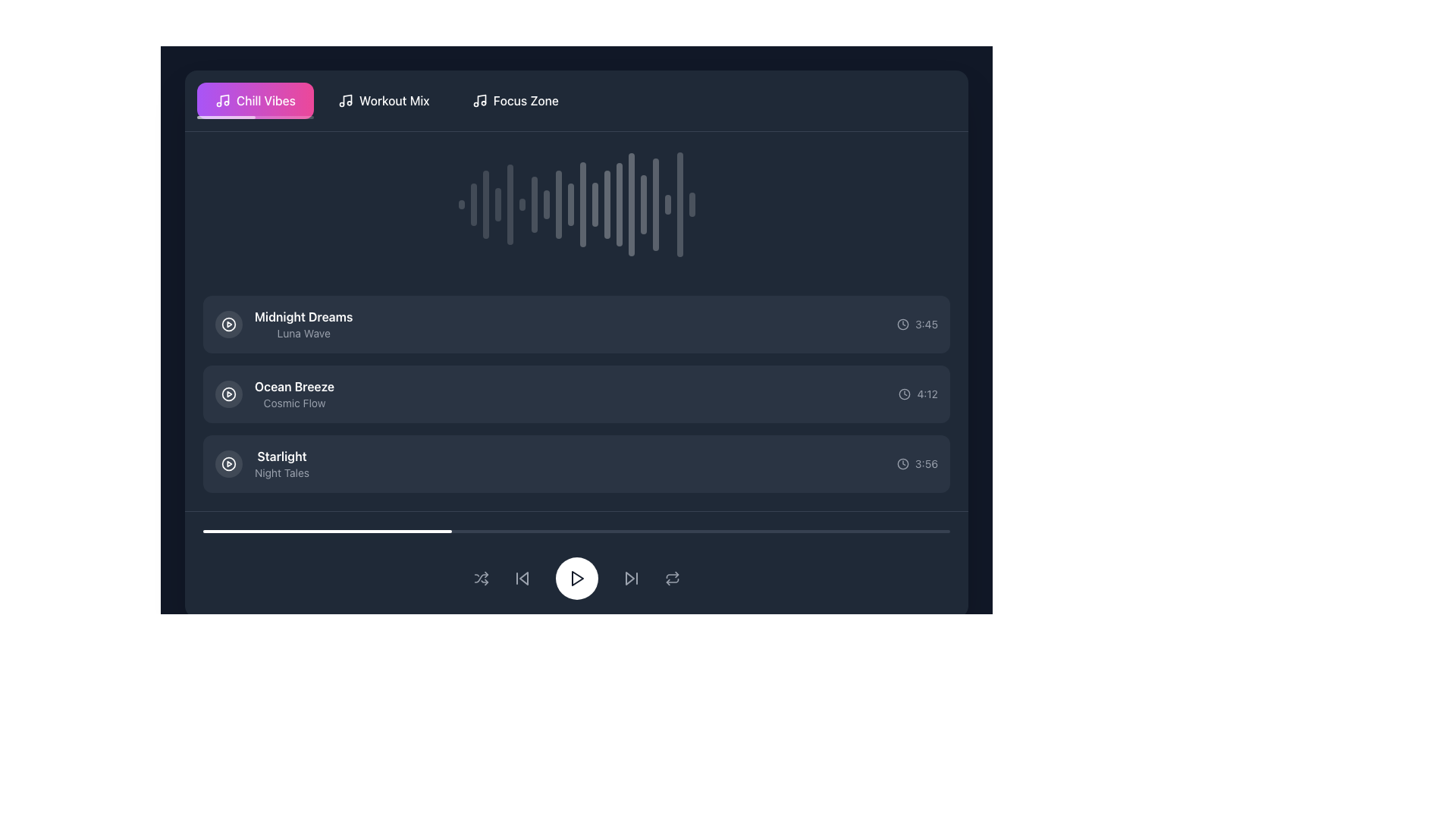 The height and width of the screenshot is (819, 1456). What do you see at coordinates (275, 394) in the screenshot?
I see `the styled text block containing 'Ocean Breeze' and 'Cosmic Flow', which is the second list item in the song list, located to the right of the circular play button` at bounding box center [275, 394].